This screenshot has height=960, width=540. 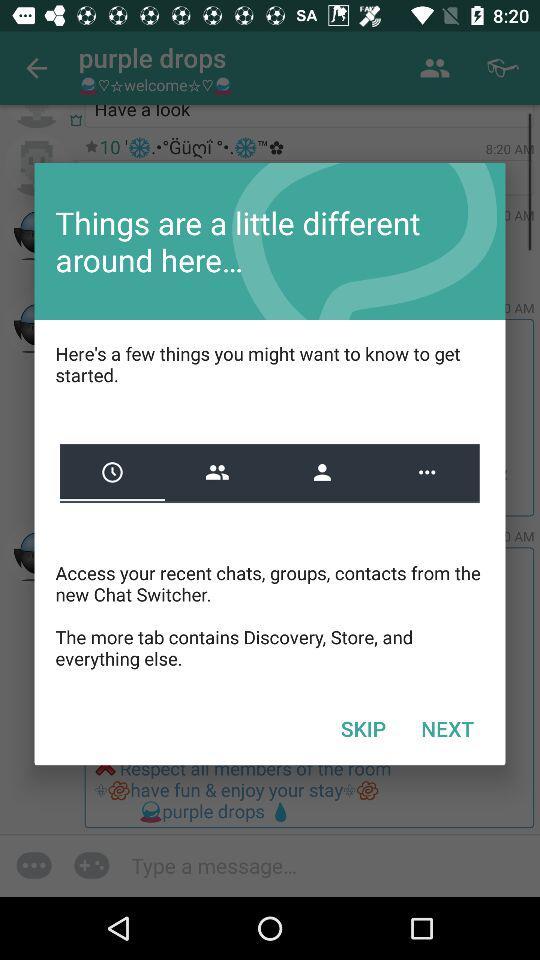 I want to click on skip item, so click(x=362, y=727).